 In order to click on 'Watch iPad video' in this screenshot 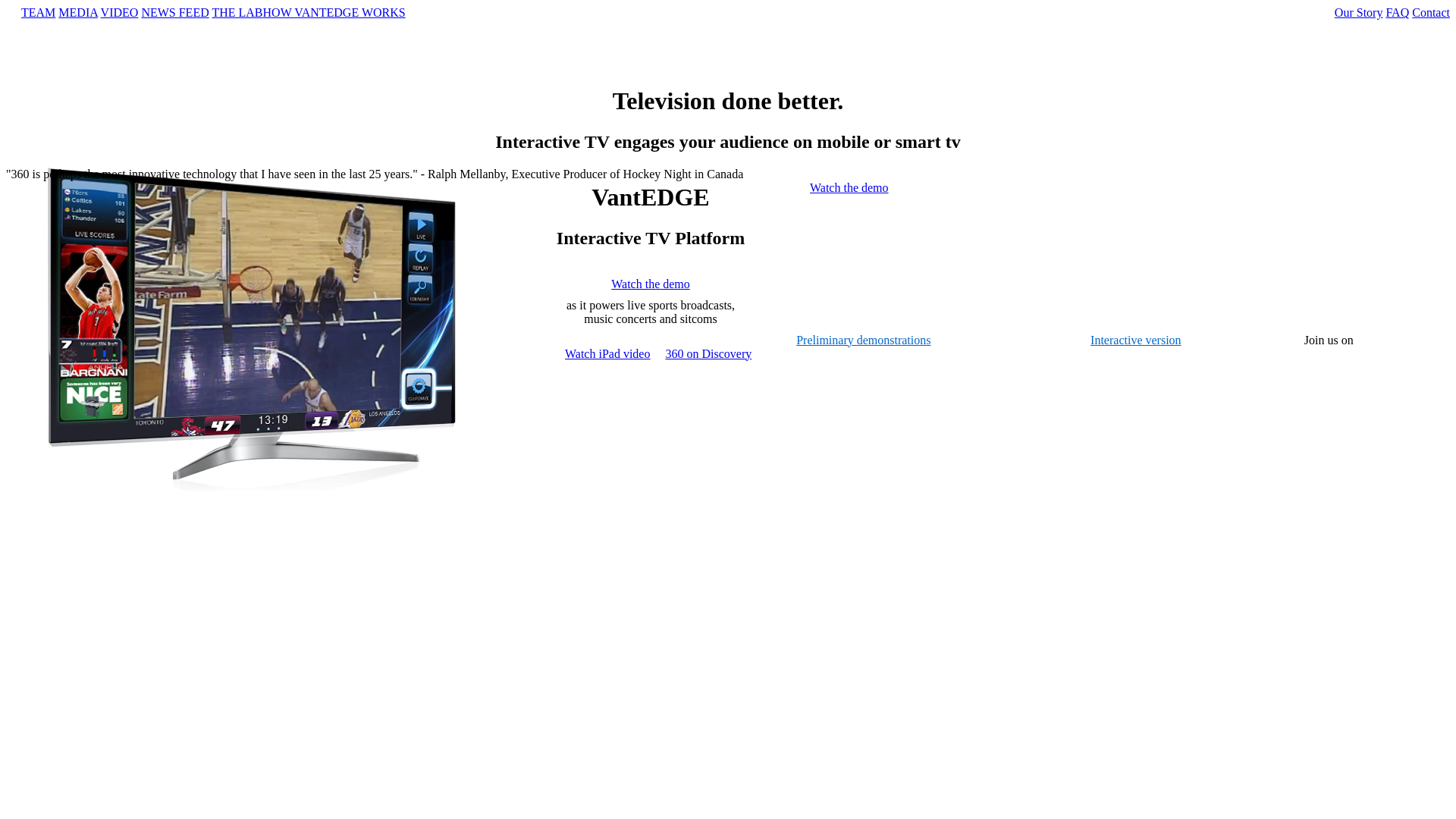, I will do `click(607, 353)`.